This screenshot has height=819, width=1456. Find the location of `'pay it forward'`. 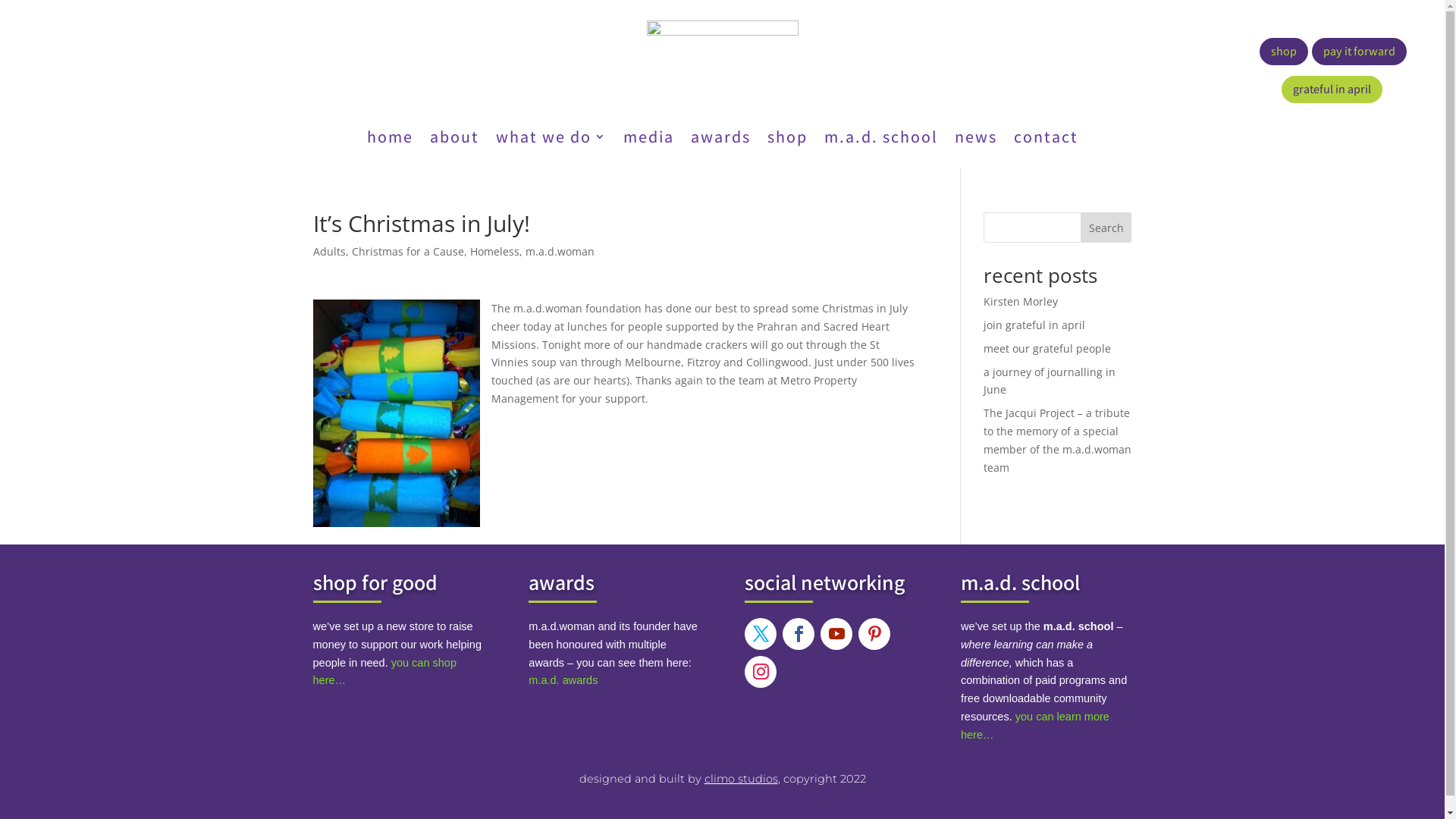

'pay it forward' is located at coordinates (1359, 51).